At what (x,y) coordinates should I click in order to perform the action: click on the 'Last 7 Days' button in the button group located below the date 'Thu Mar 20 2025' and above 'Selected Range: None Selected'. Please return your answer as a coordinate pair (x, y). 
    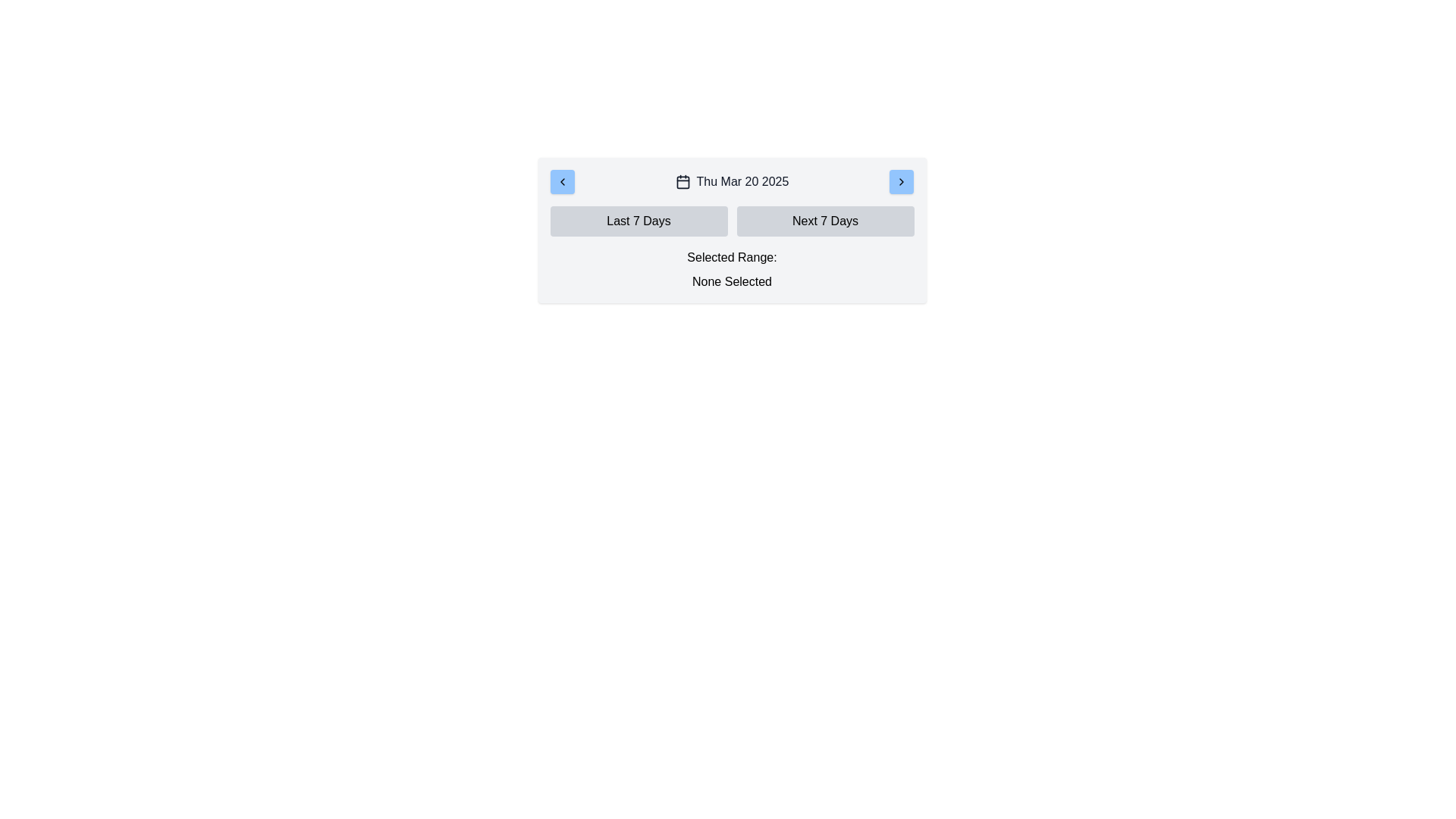
    Looking at the image, I should click on (732, 221).